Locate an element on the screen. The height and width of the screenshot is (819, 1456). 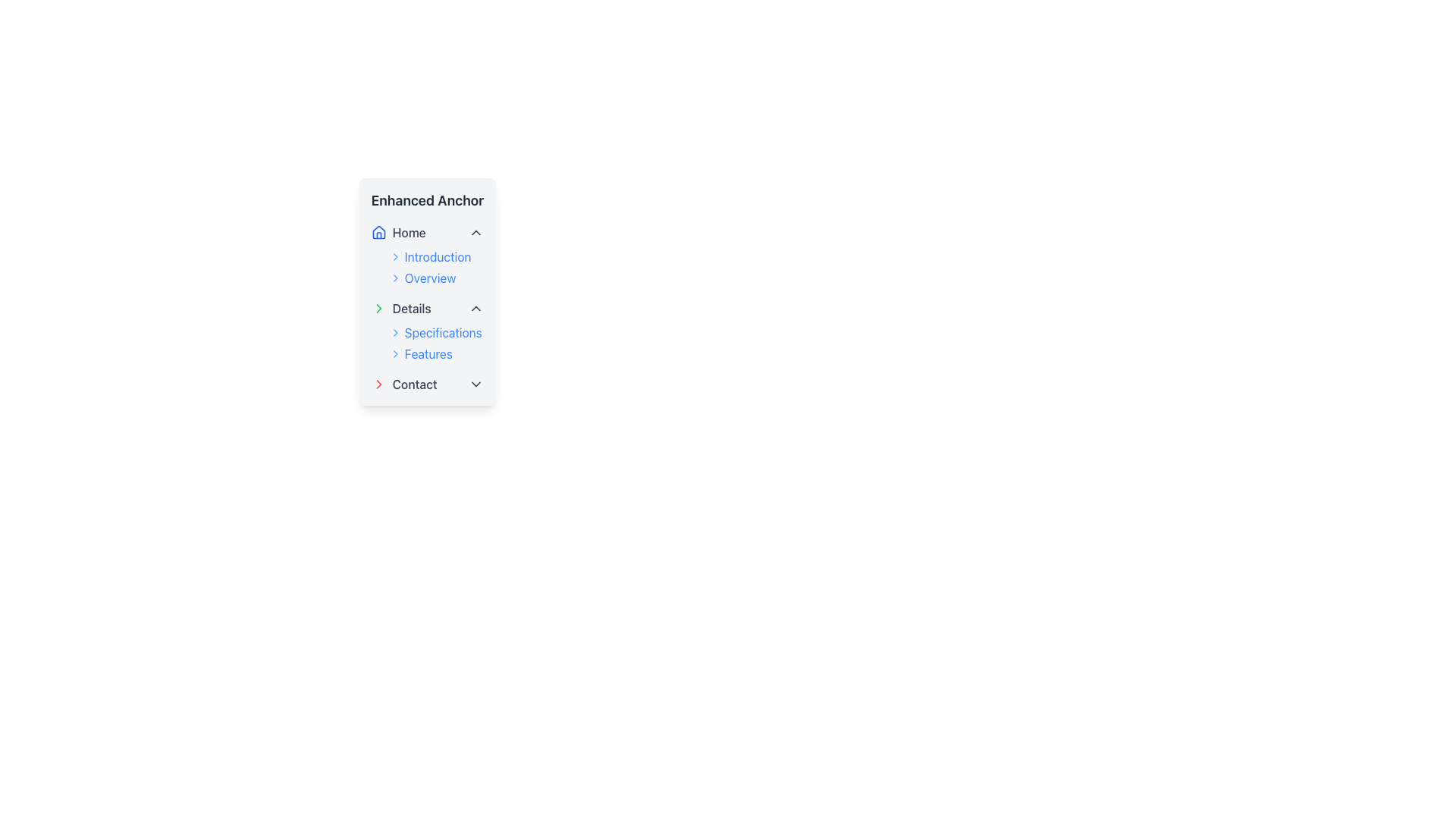
the 'Home' text label located to the right of the icon in the Enhanced Anchor navigation menu is located at coordinates (409, 233).